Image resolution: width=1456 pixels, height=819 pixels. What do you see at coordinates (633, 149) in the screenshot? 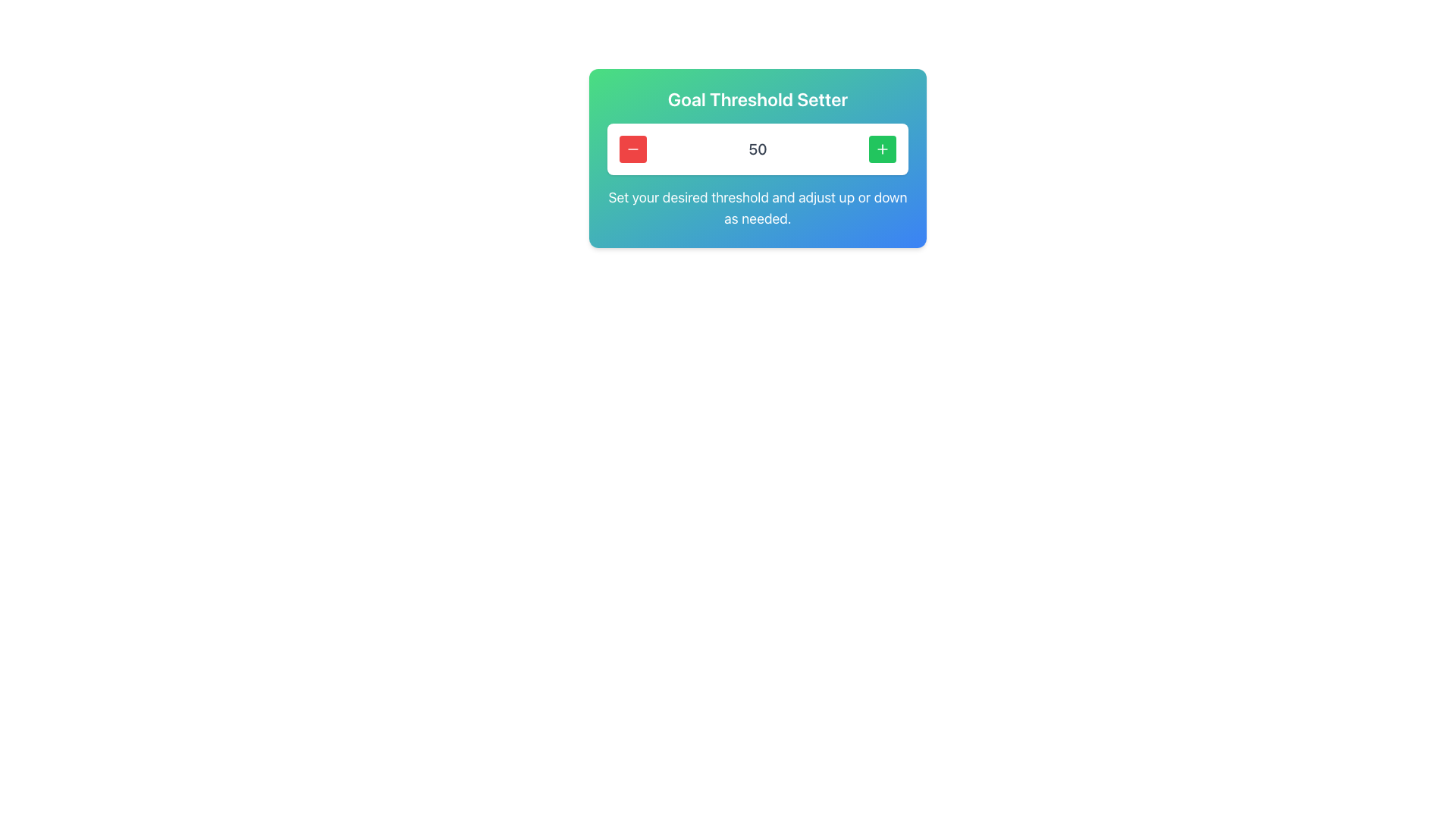
I see `the decrement button located to the left of the number '50'` at bounding box center [633, 149].